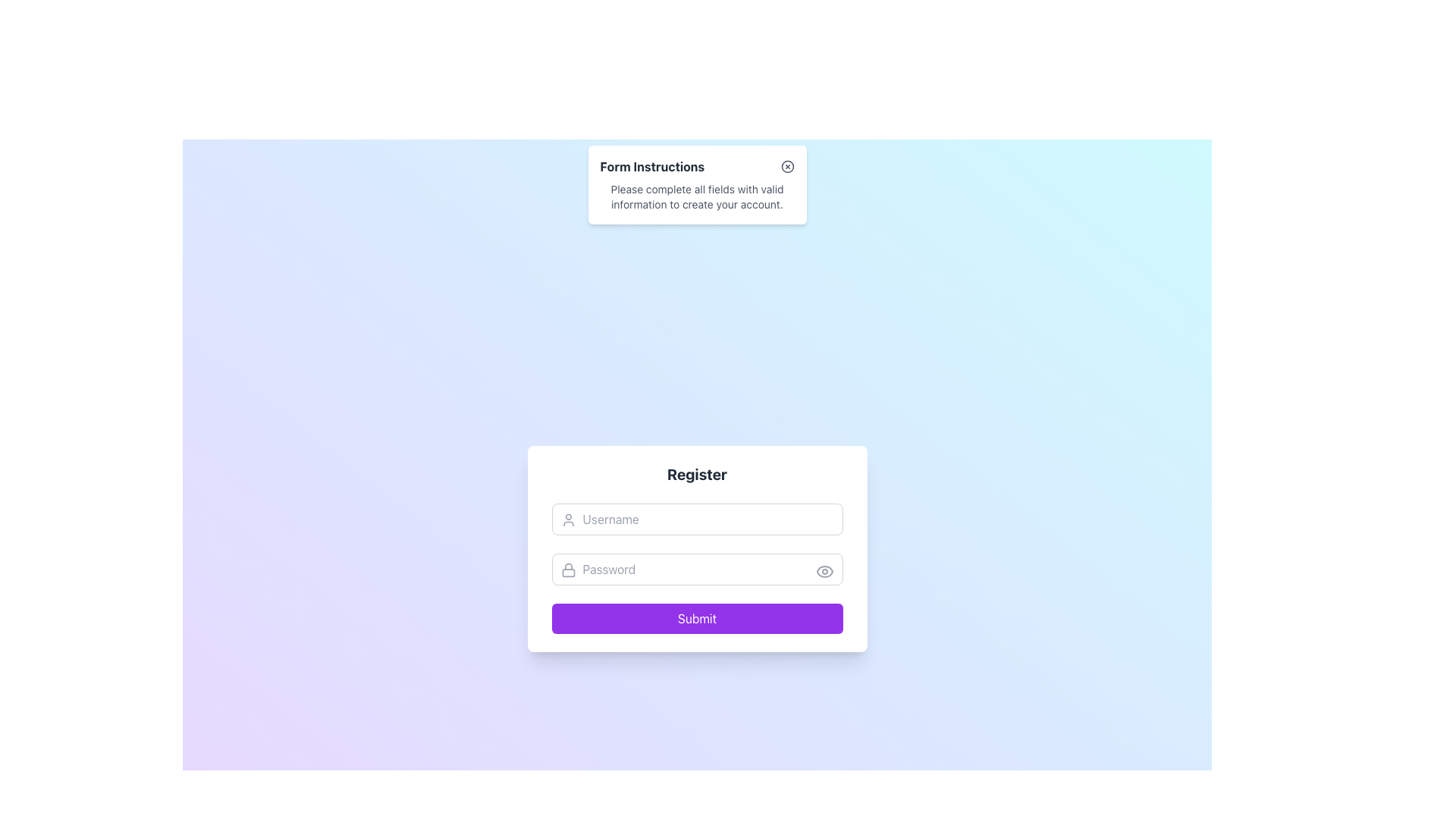  Describe the element at coordinates (787, 166) in the screenshot. I see `the small circular gray button containing a cross ('X') symbol located to the right of the 'Form Instructions' text` at that location.